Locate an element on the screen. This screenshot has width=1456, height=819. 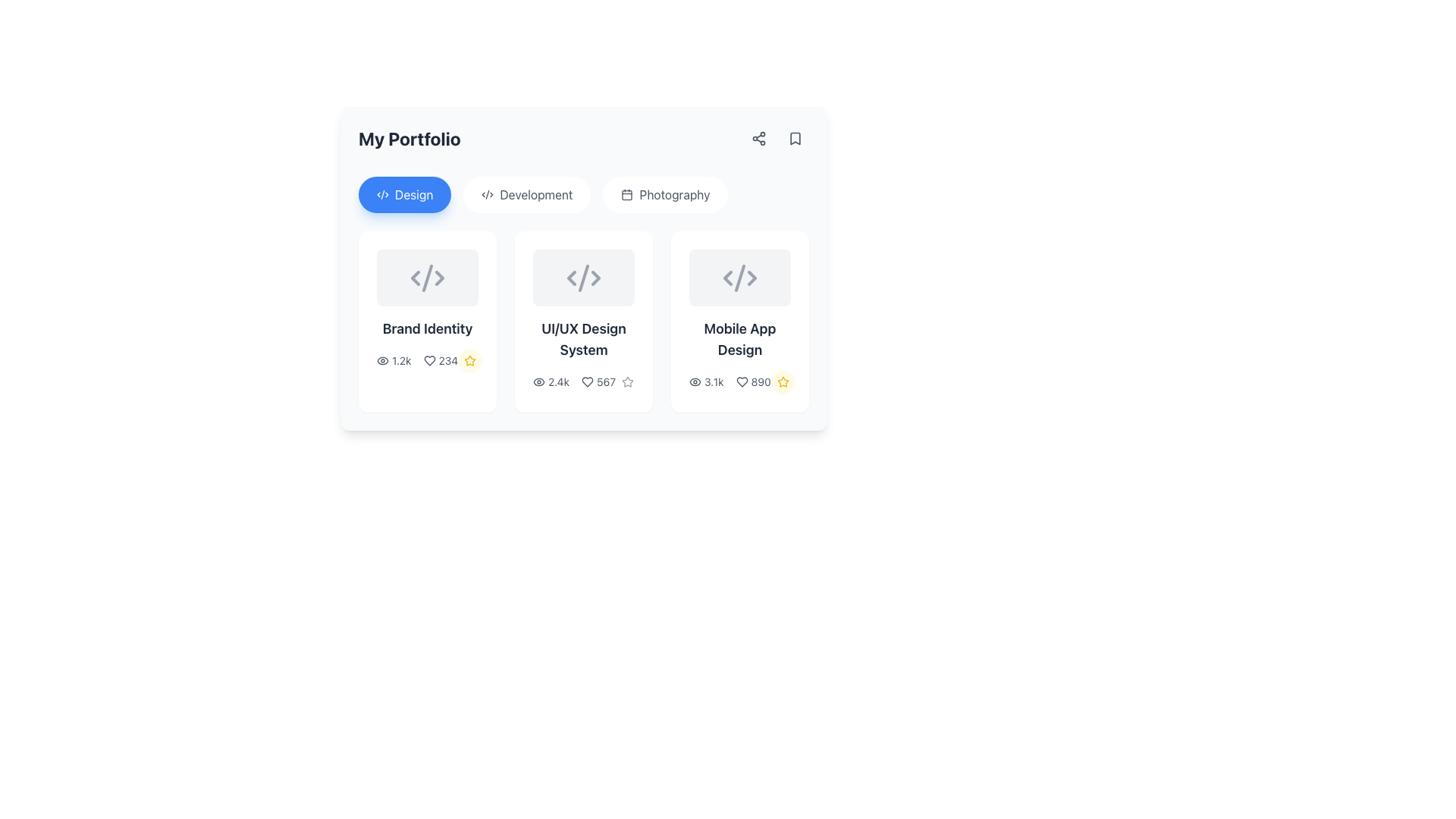
the 'Mobile App Design' text label displayed in a bold, dark font, located in the third card from the left, near the top of the card is located at coordinates (739, 338).